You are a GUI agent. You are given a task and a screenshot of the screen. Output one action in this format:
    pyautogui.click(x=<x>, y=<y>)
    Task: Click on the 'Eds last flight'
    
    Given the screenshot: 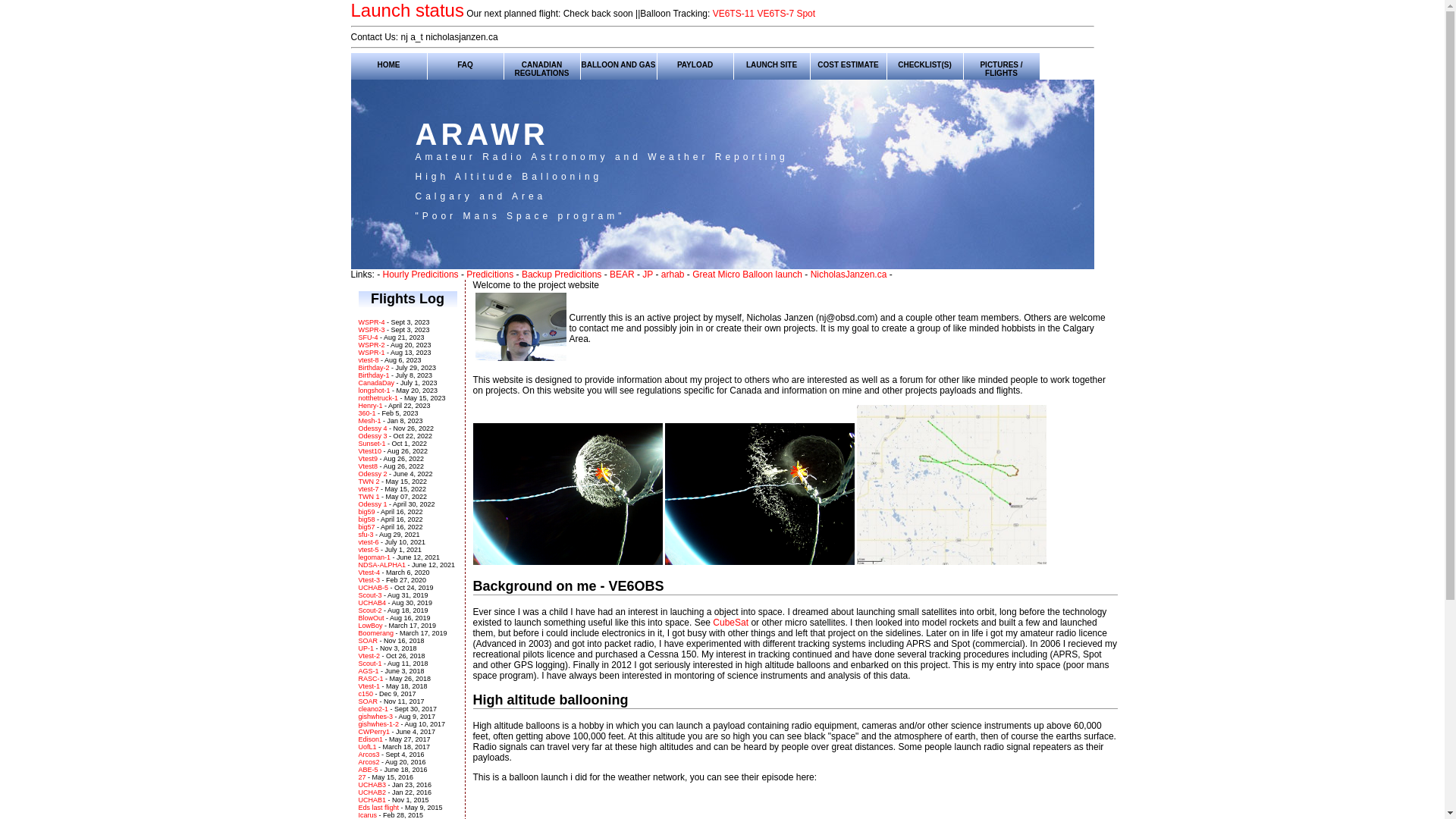 What is the action you would take?
    pyautogui.click(x=356, y=806)
    